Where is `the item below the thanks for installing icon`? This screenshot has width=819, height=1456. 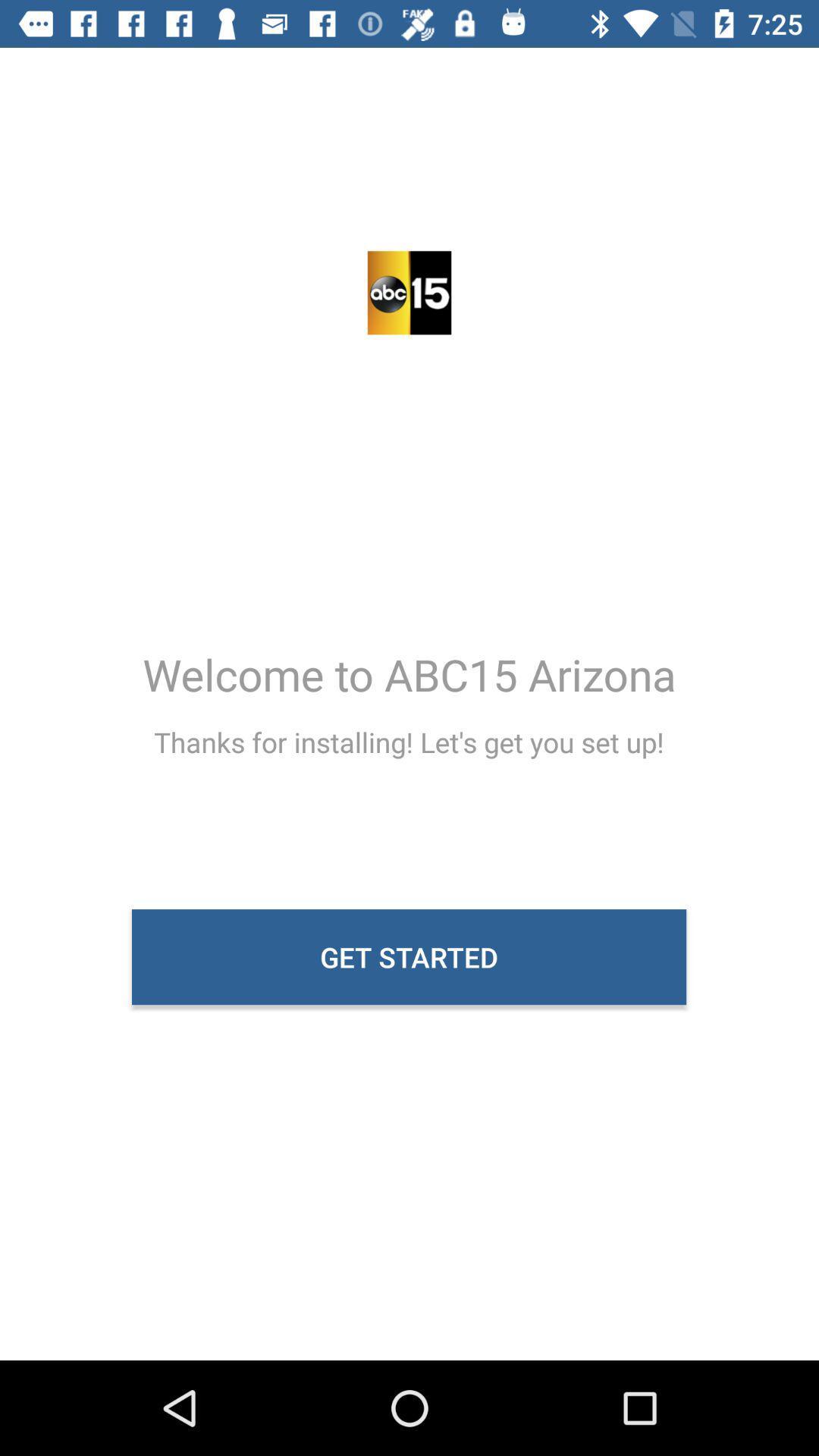
the item below the thanks for installing icon is located at coordinates (408, 956).